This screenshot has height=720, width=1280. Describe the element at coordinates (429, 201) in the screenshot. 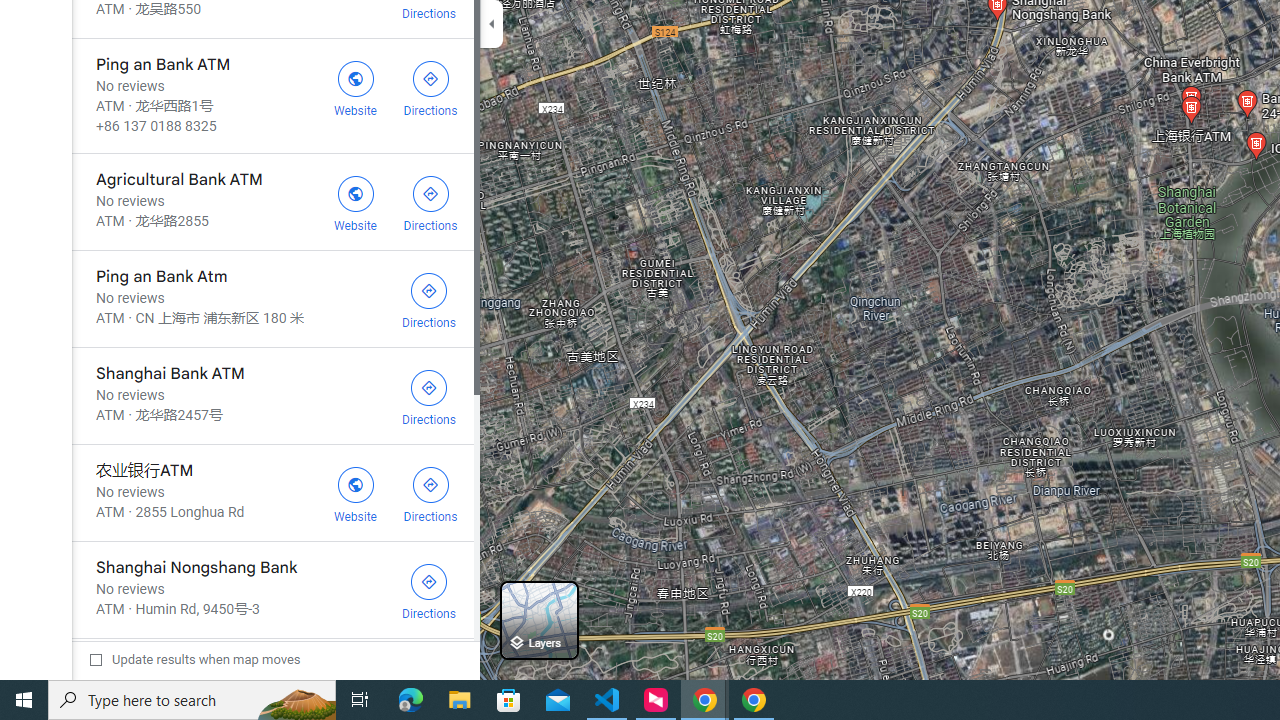

I see `'Get directions to Agricultural Bank ATM'` at that location.